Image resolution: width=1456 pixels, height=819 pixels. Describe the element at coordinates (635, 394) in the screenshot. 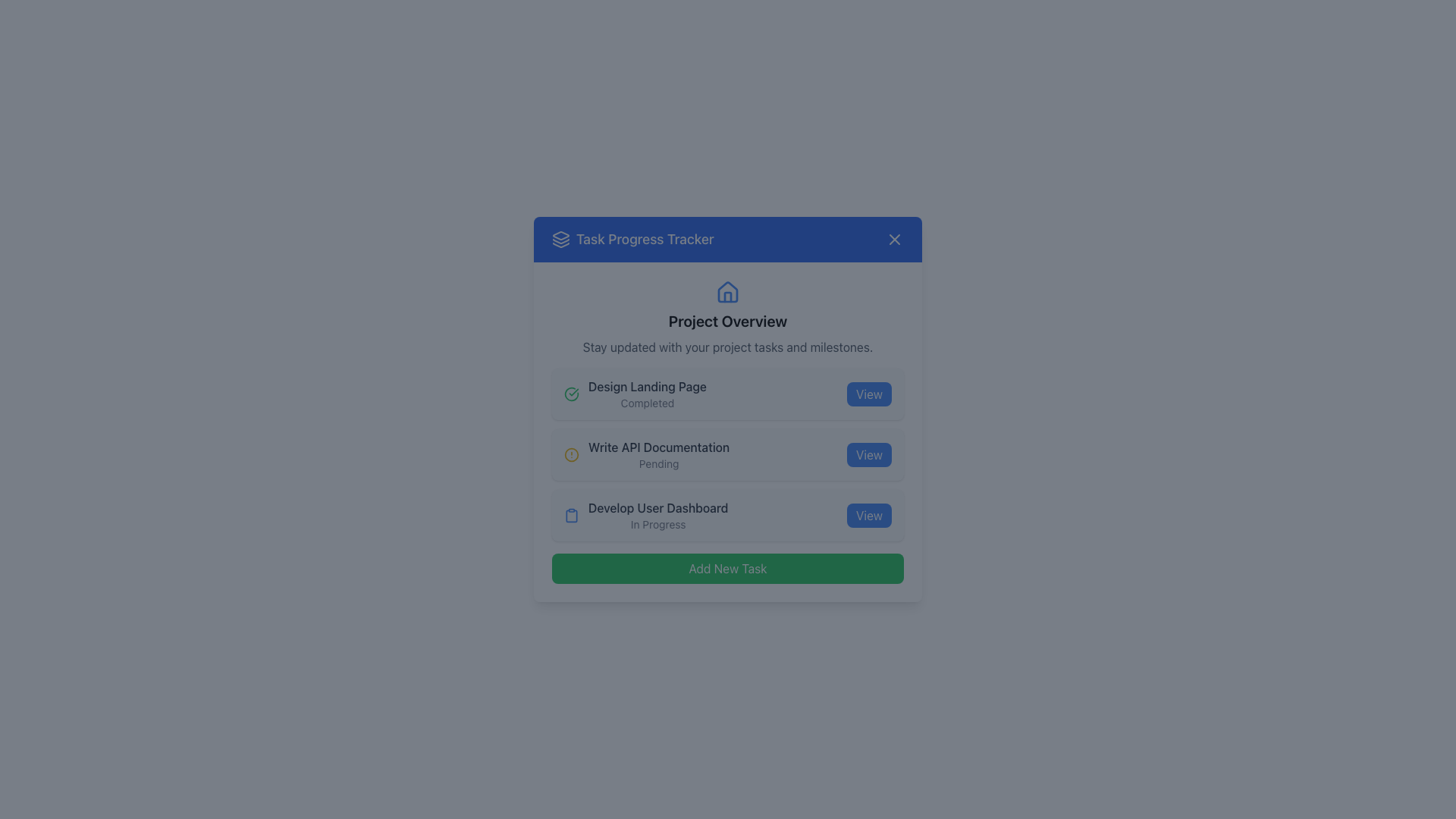

I see `the Text label displaying the task title 'Design Landing Page' and its completion status 'Completed' in the first task card of the 'Task Progress Tracker' interface` at that location.